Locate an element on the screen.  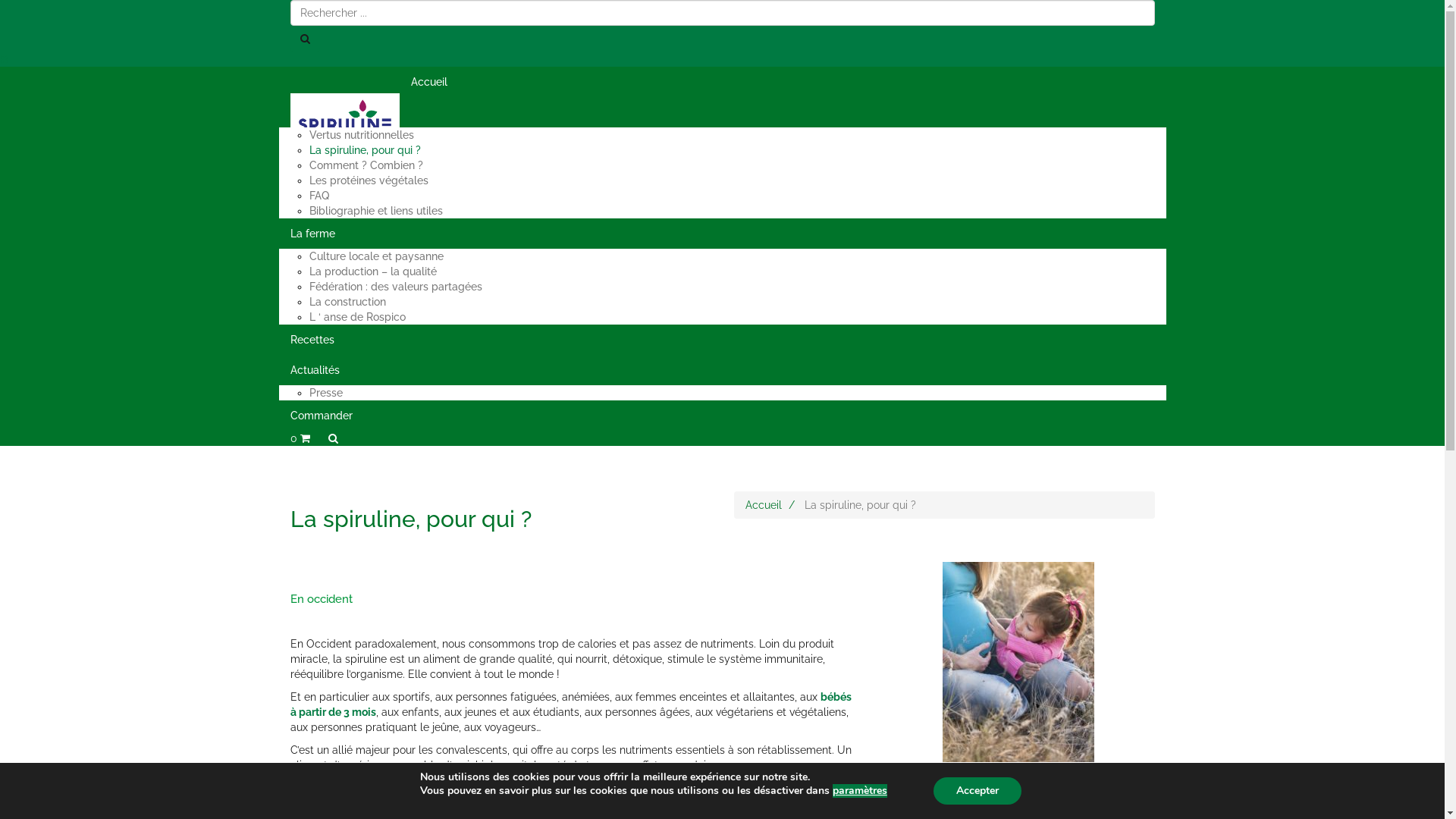
'0' is located at coordinates (299, 438).